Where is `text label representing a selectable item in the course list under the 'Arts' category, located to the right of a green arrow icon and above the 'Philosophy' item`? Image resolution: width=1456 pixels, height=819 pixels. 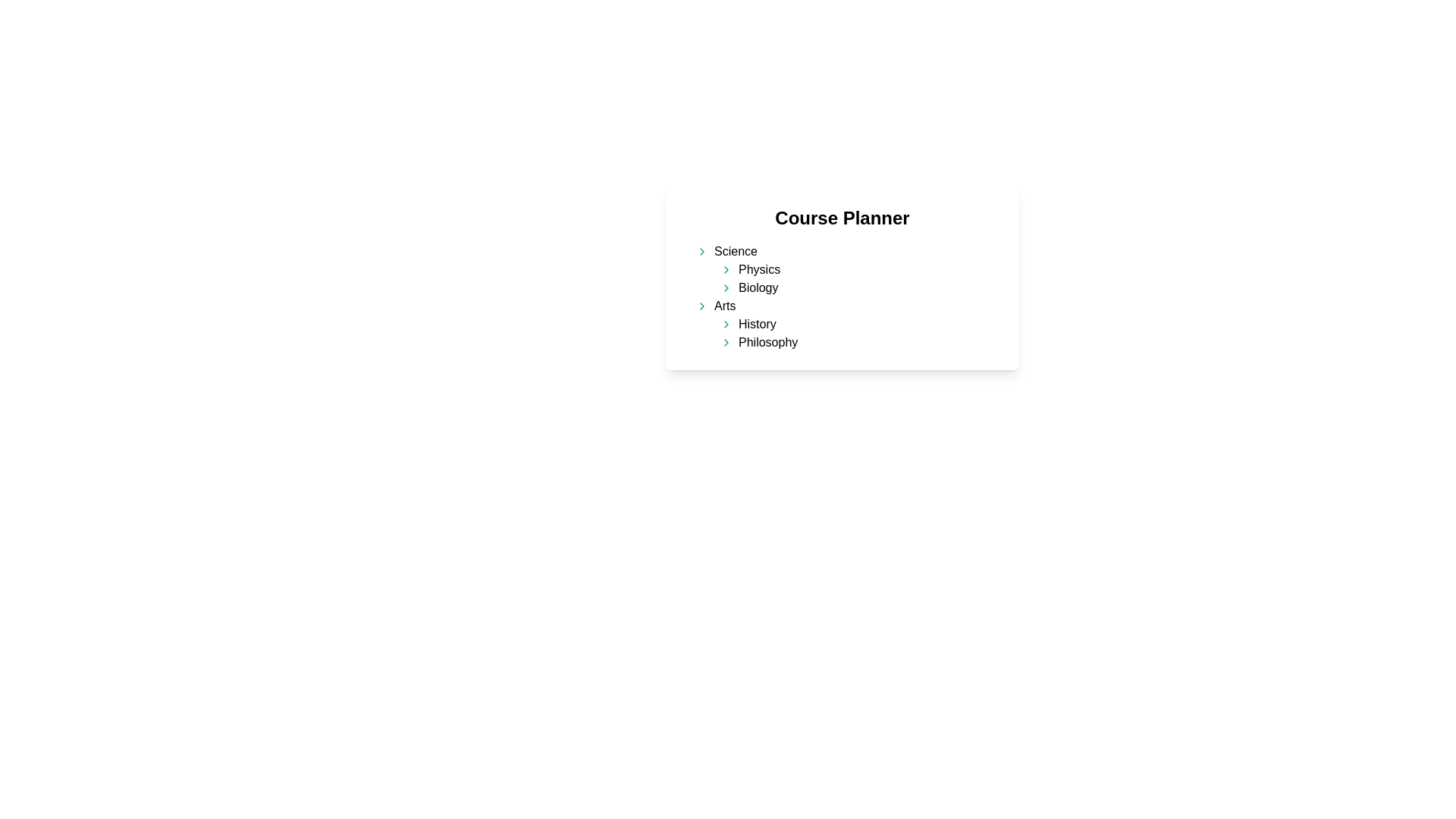
text label representing a selectable item in the course list under the 'Arts' category, located to the right of a green arrow icon and above the 'Philosophy' item is located at coordinates (757, 324).